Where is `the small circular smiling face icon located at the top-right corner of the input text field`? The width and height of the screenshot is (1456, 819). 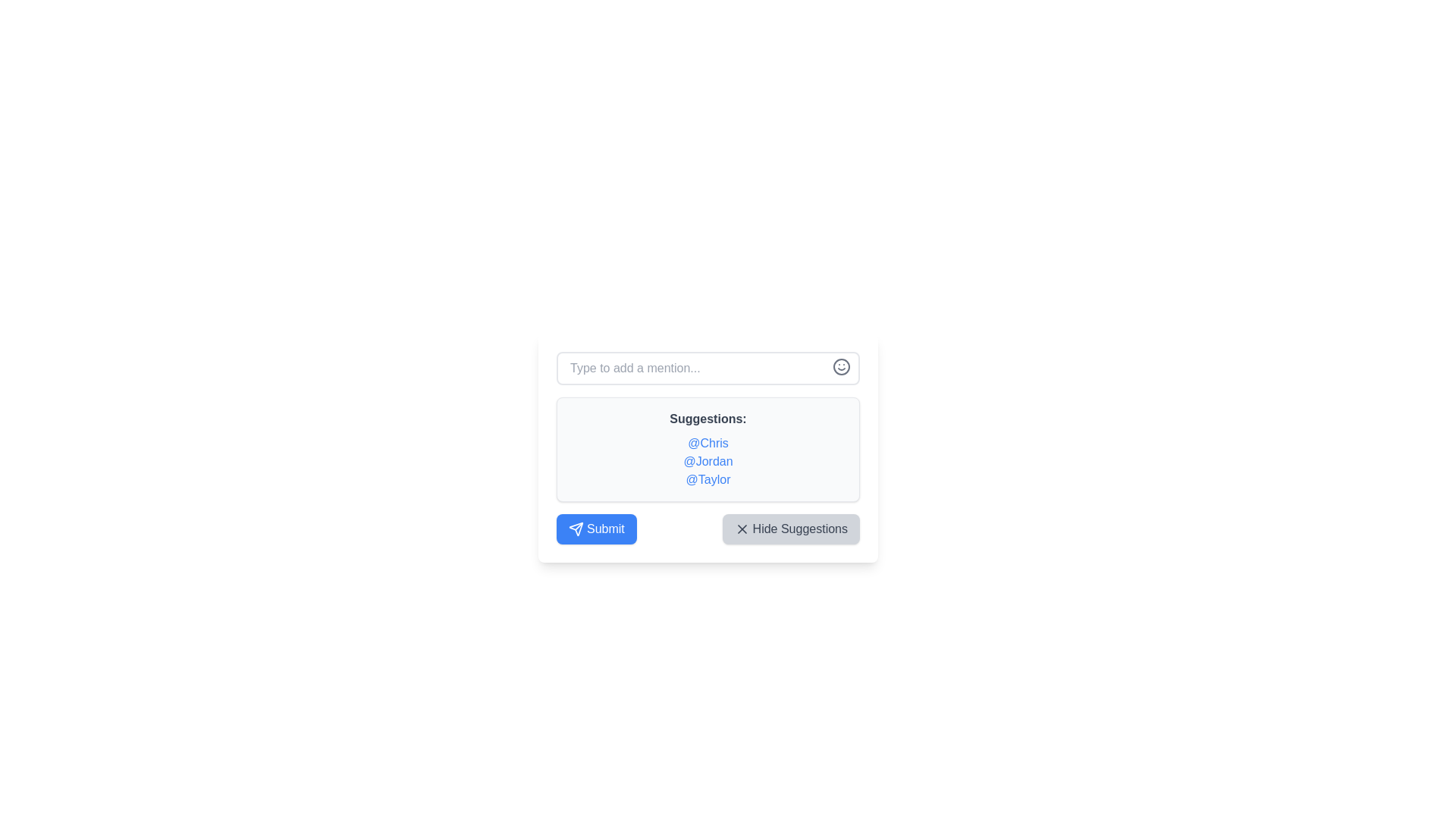
the small circular smiling face icon located at the top-right corner of the input text field is located at coordinates (840, 366).